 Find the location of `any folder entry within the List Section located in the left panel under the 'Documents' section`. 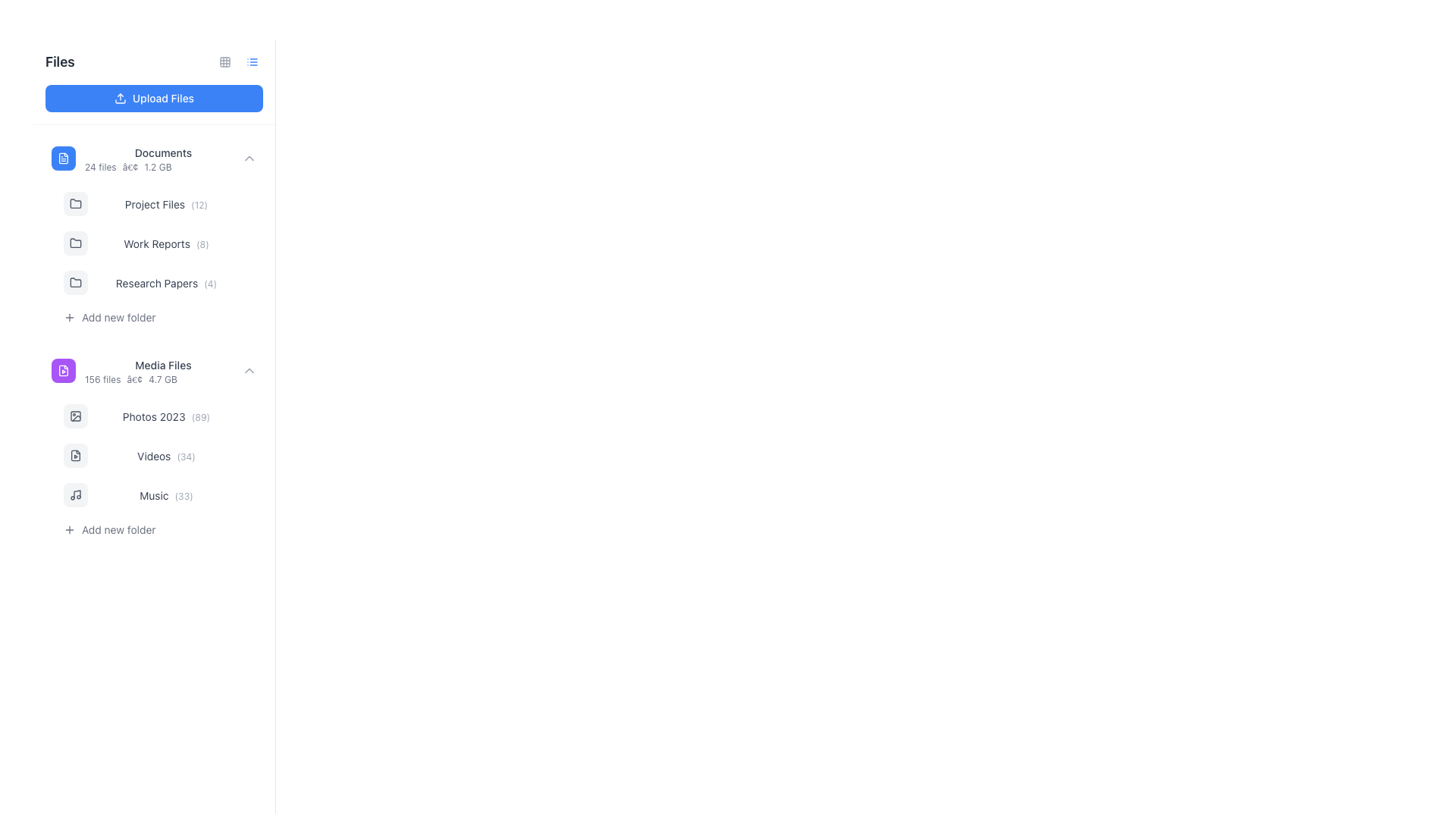

any folder entry within the List Section located in the left panel under the 'Documents' section is located at coordinates (160, 257).